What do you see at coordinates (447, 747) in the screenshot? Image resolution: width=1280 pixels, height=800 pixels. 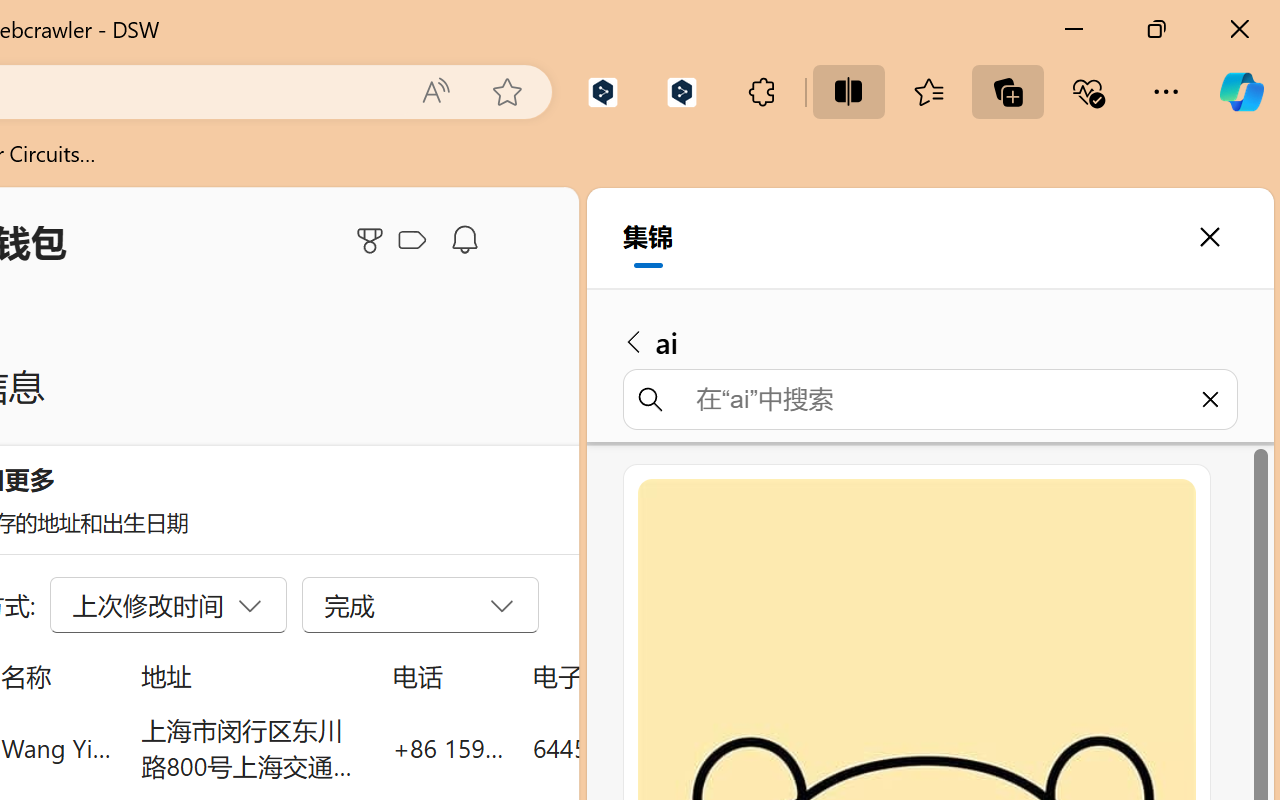 I see `'+86 159 0032 4640'` at bounding box center [447, 747].